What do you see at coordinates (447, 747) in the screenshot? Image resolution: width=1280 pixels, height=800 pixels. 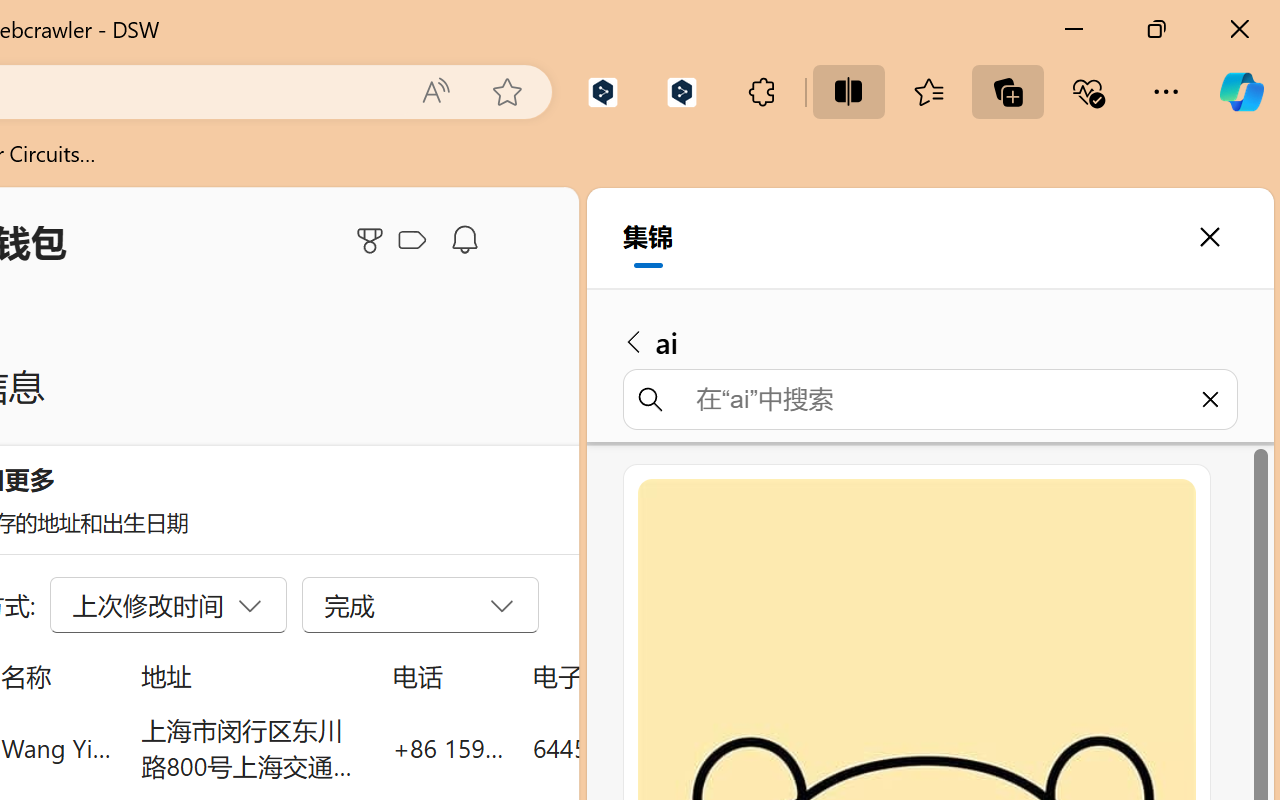 I see `'+86 159 0032 4640'` at bounding box center [447, 747].